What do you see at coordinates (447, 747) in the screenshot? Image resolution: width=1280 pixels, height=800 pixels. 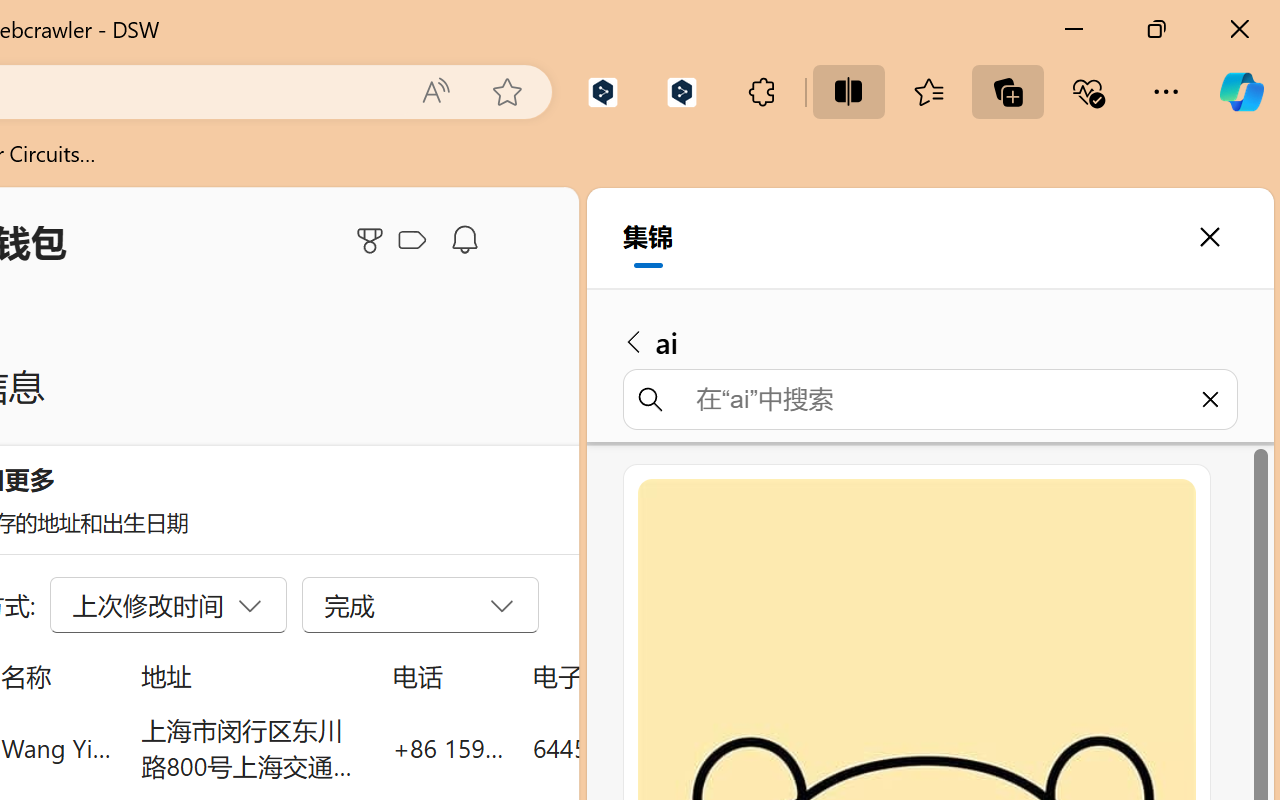 I see `'+86 159 0032 4640'` at bounding box center [447, 747].